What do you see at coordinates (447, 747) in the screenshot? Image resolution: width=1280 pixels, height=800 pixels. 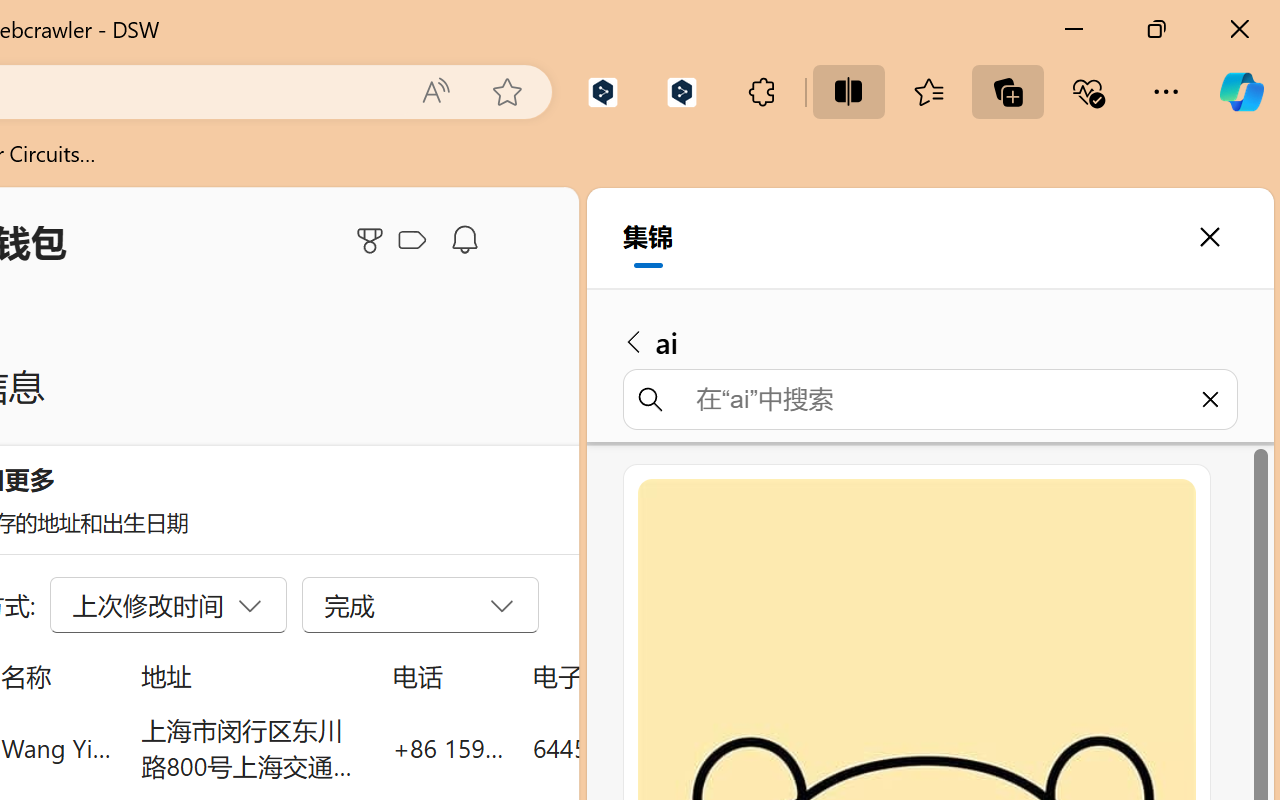 I see `'+86 159 0032 4640'` at bounding box center [447, 747].